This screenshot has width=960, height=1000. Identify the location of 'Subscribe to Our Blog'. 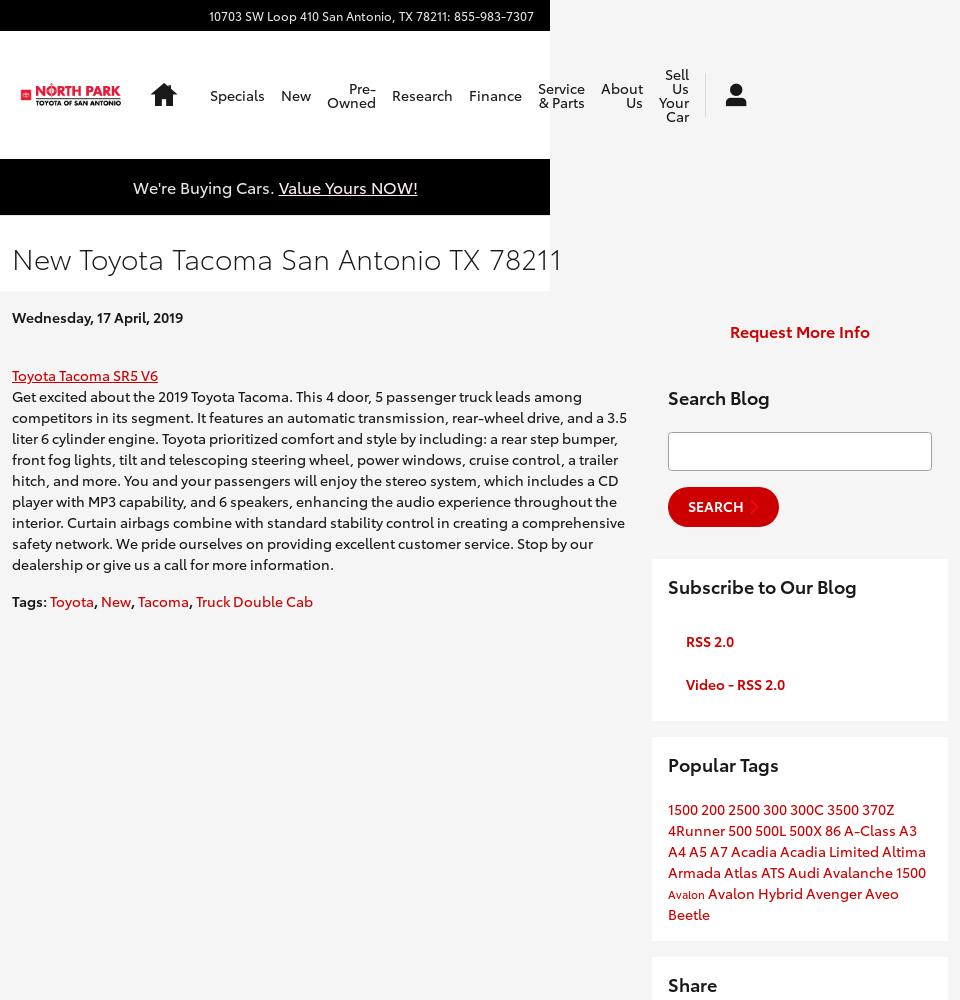
(761, 584).